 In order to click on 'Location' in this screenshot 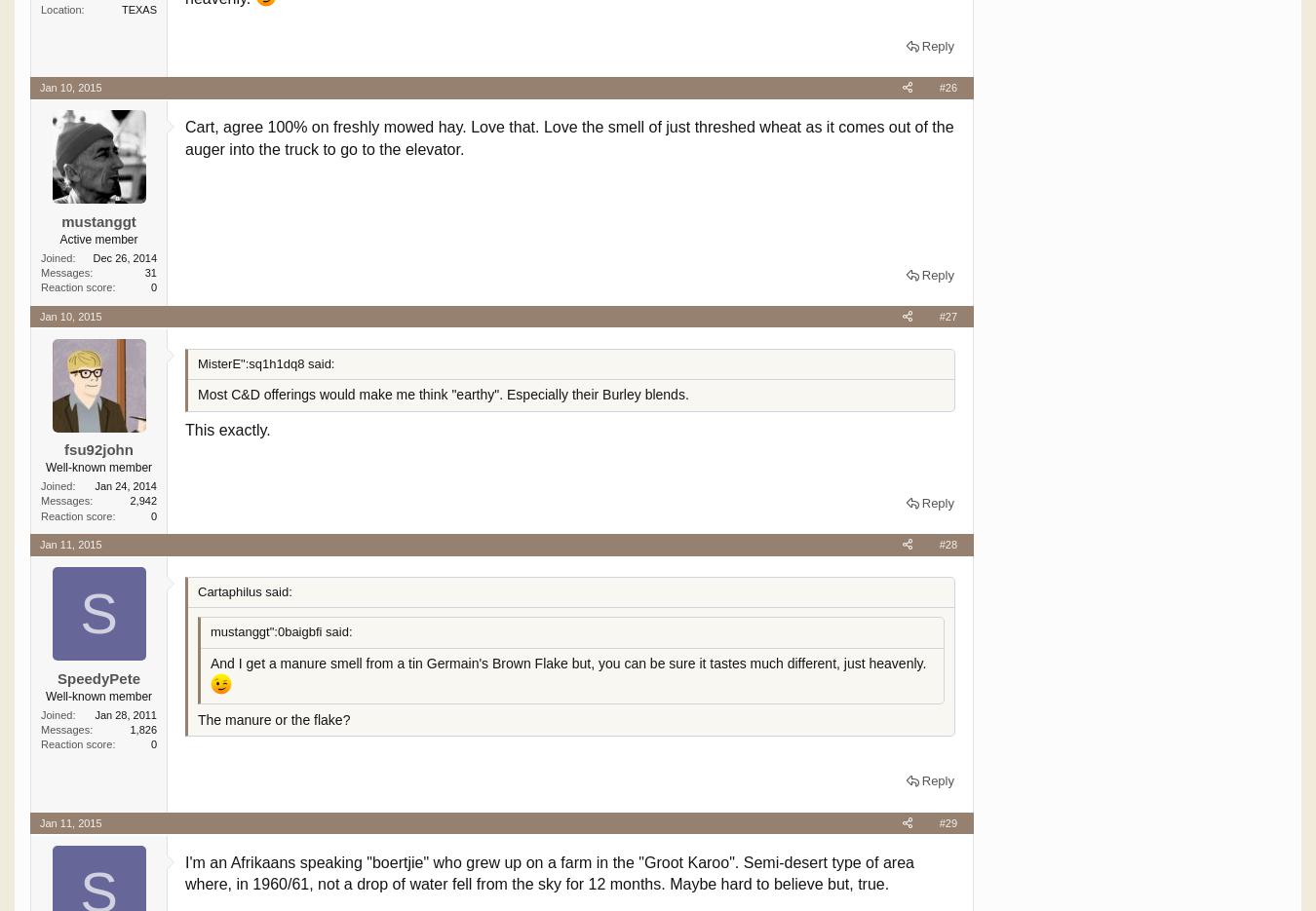, I will do `click(59, 7)`.